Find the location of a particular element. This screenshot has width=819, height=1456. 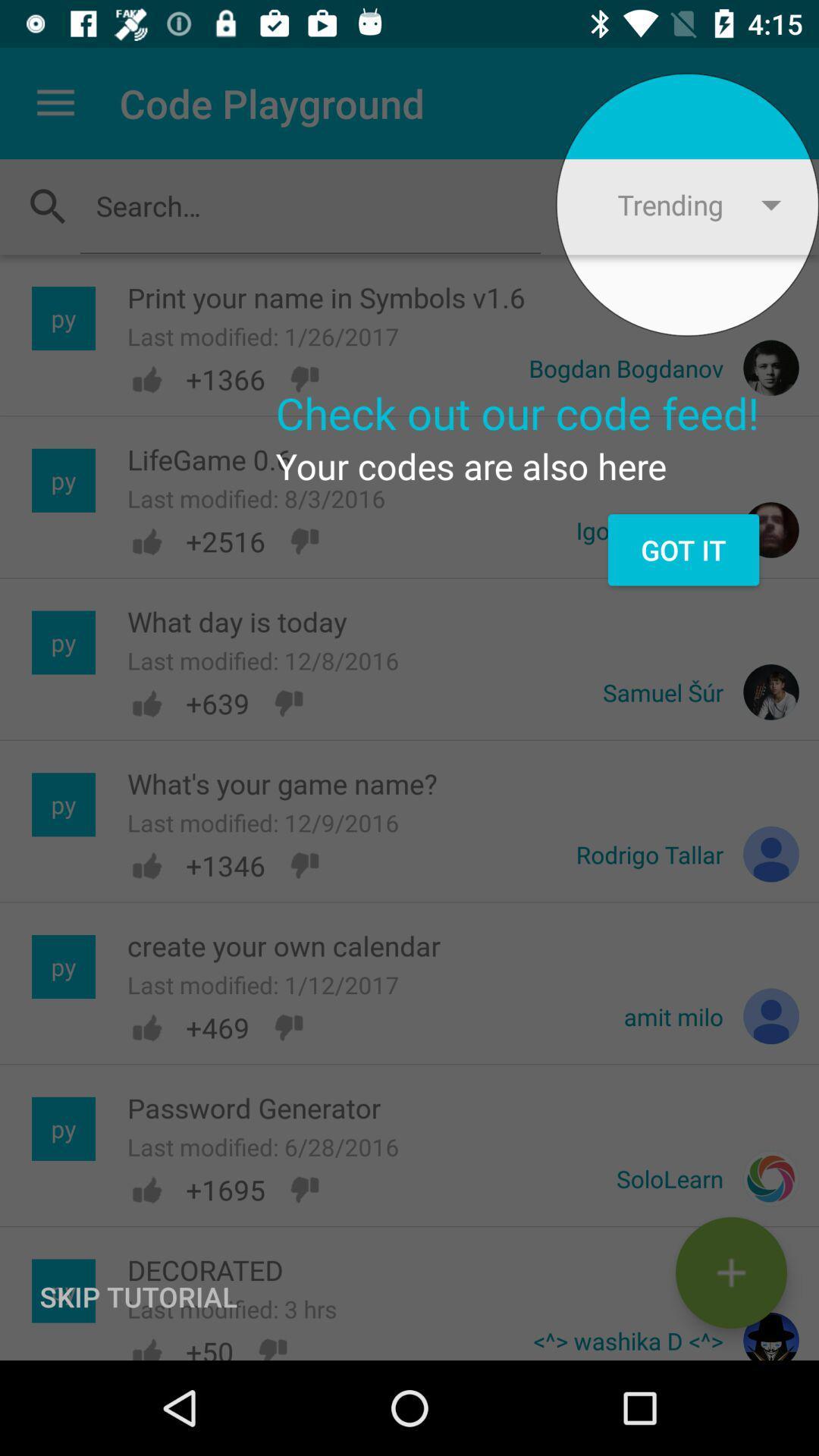

codes is located at coordinates (730, 1272).